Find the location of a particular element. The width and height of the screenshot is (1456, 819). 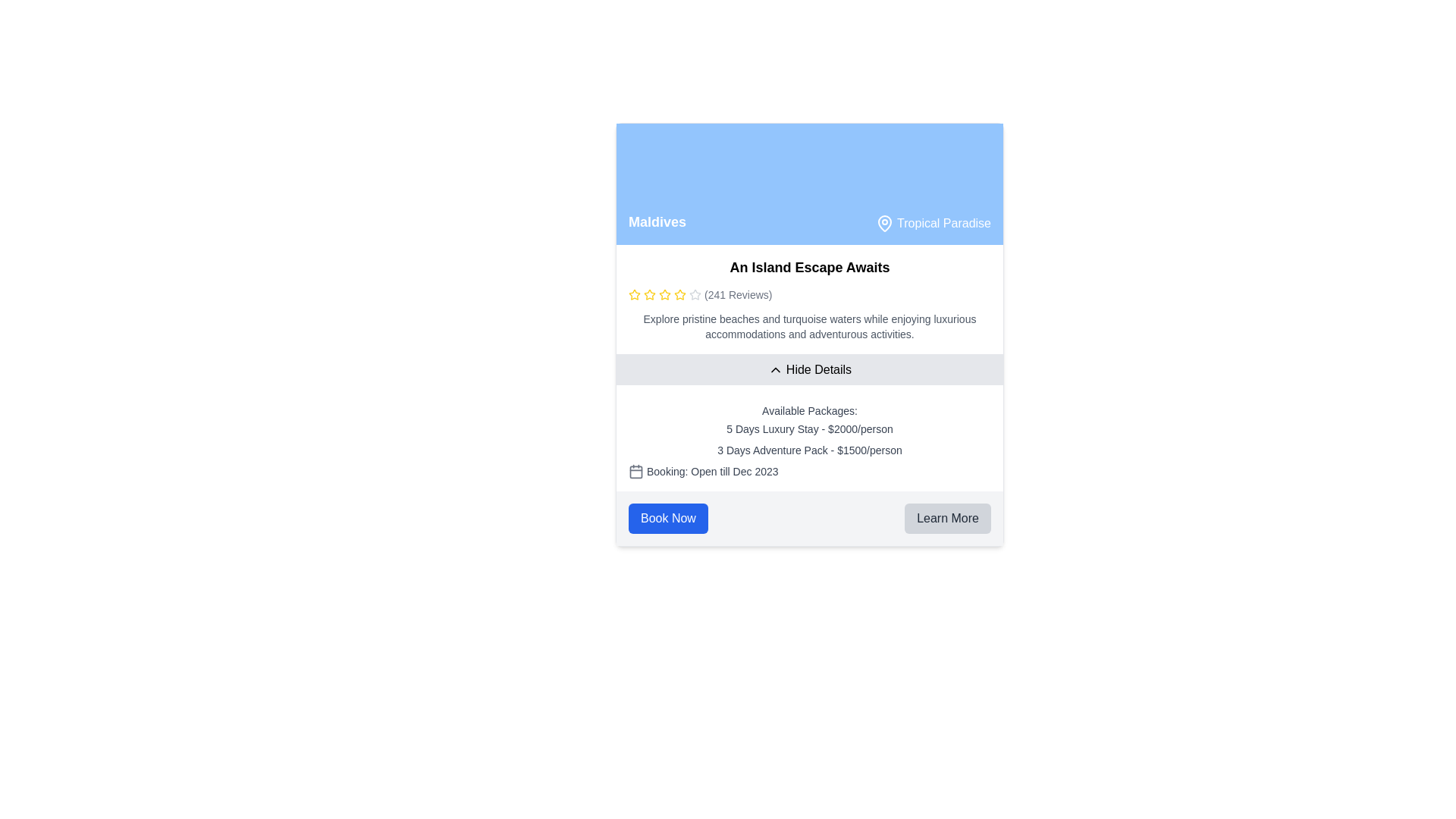

the sixth star icon, which is styled in a grey tint and located just before the '(241 Reviews)' text is located at coordinates (694, 295).